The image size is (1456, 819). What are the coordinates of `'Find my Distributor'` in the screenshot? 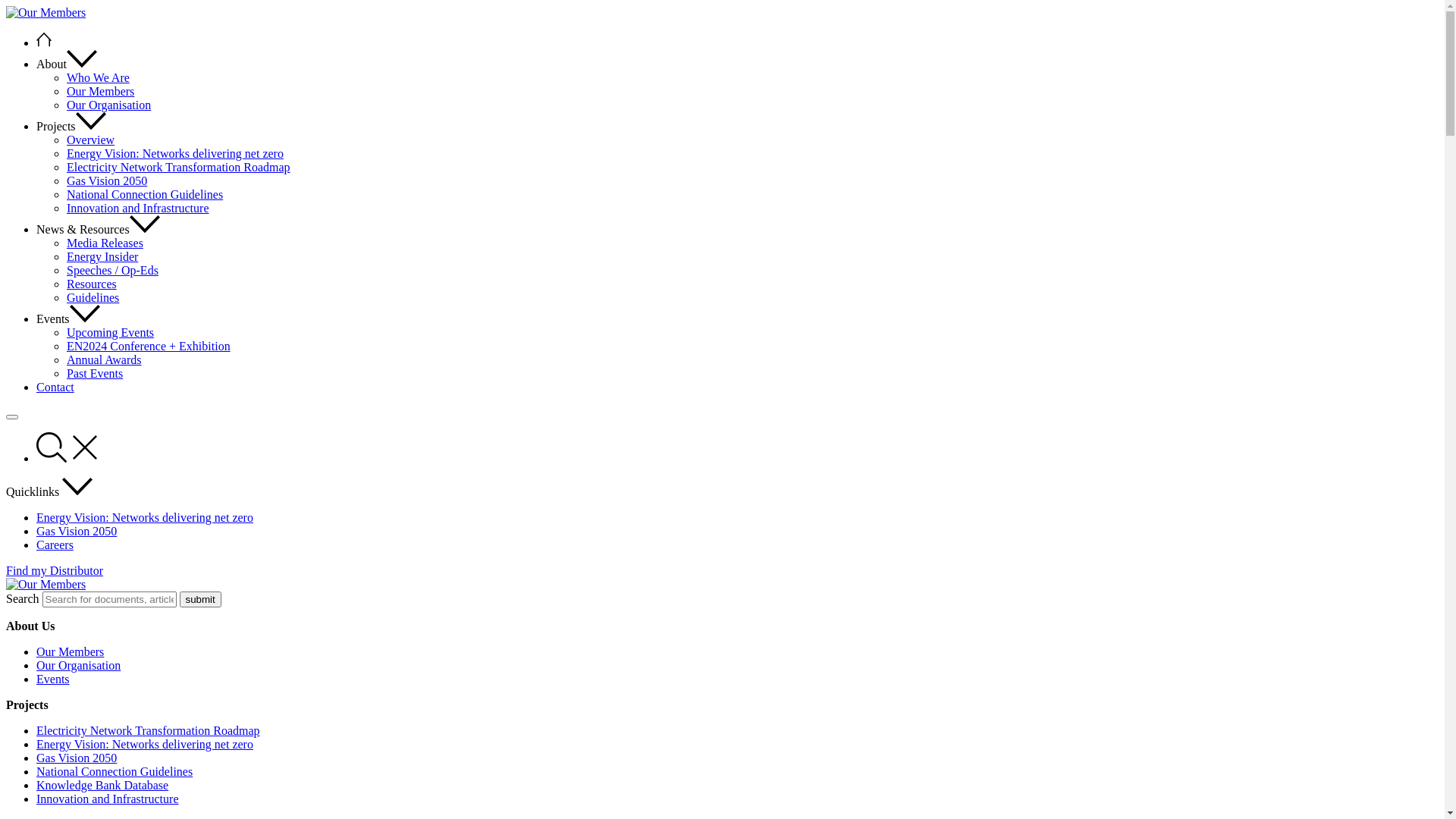 It's located at (55, 570).